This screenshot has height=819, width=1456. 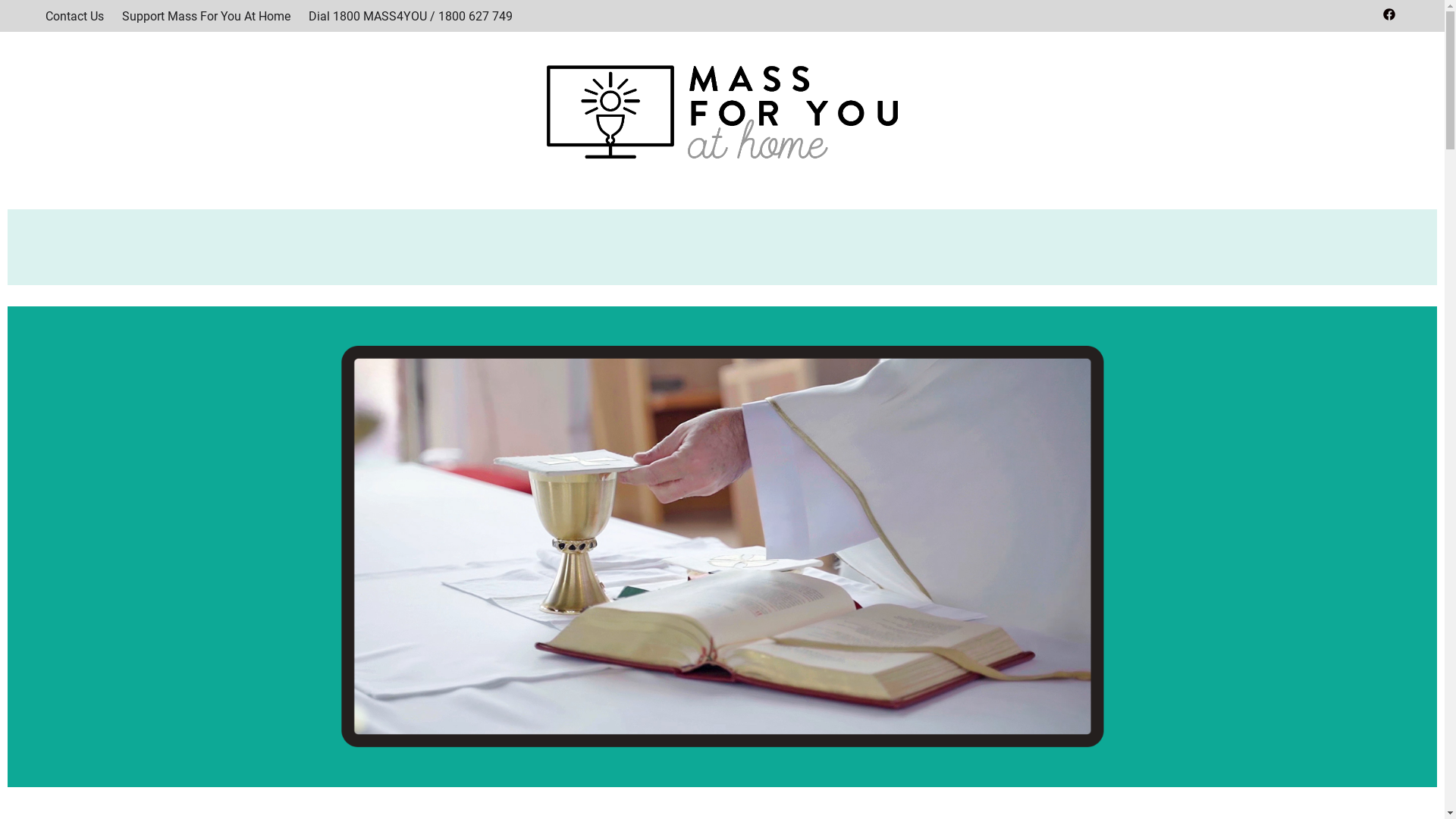 I want to click on 'Contact Us', so click(x=74, y=16).